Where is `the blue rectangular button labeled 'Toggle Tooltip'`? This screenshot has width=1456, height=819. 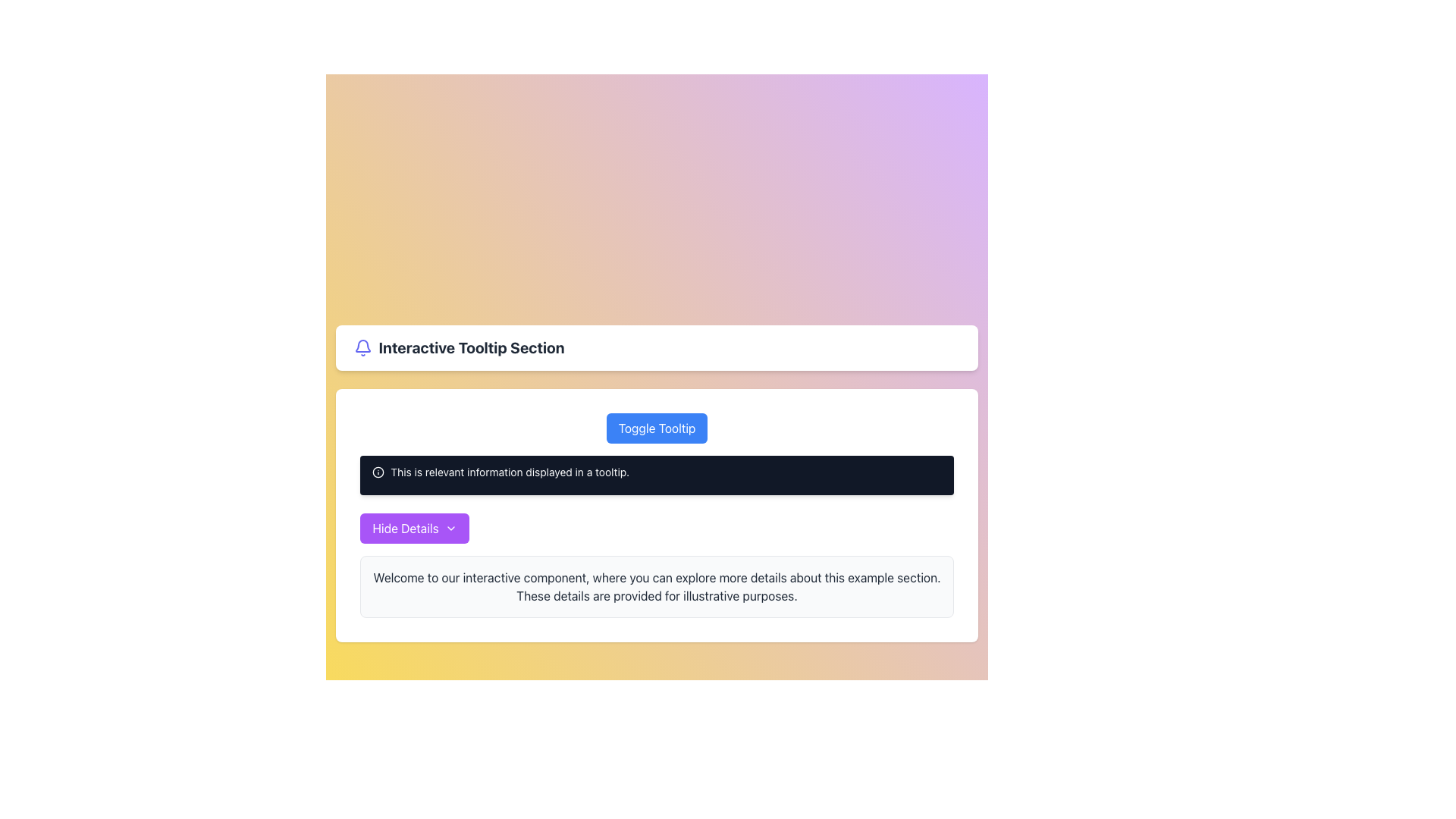
the blue rectangular button labeled 'Toggle Tooltip' is located at coordinates (657, 428).